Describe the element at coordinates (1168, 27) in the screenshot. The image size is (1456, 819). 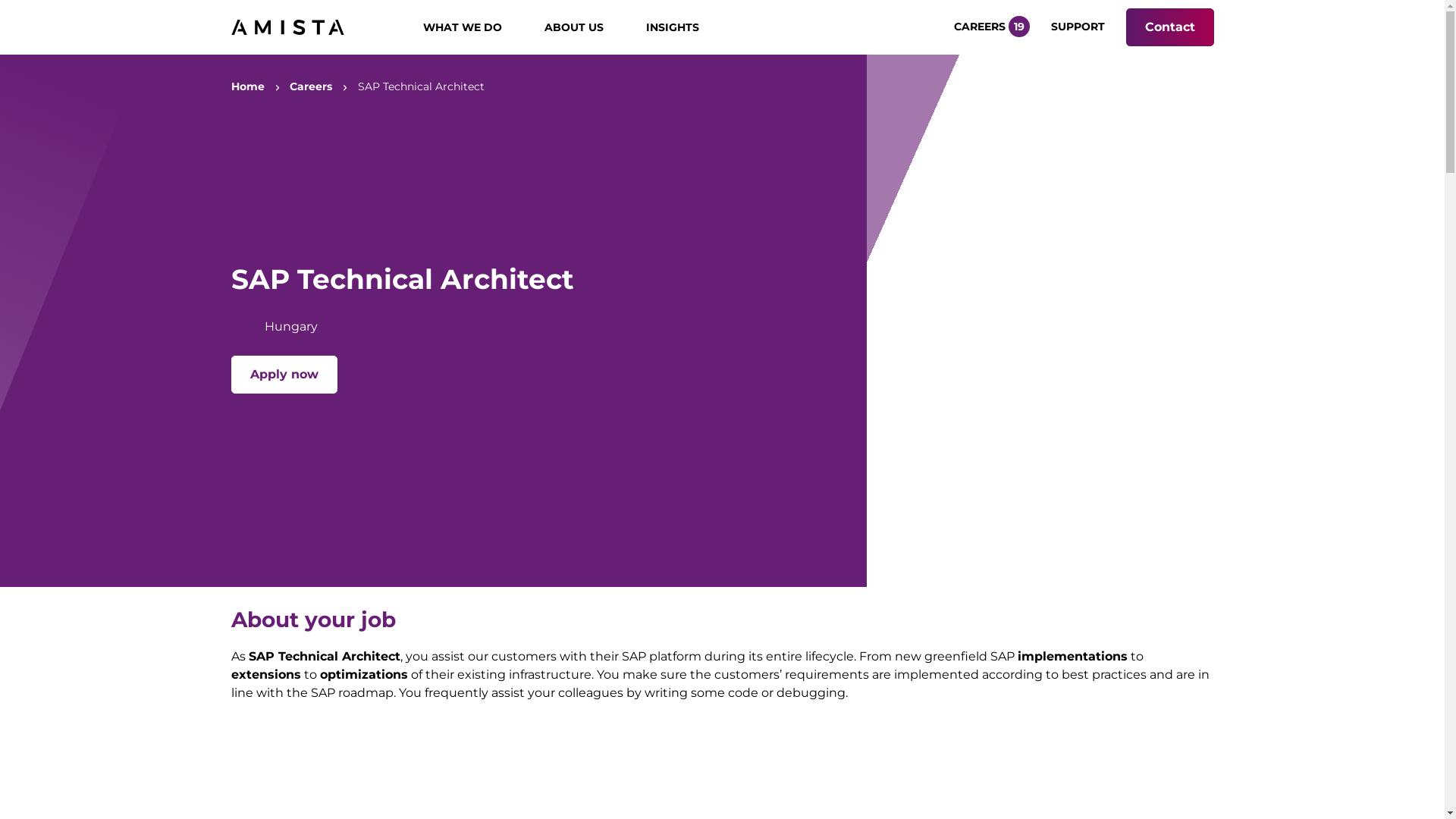
I see `'Contact'` at that location.